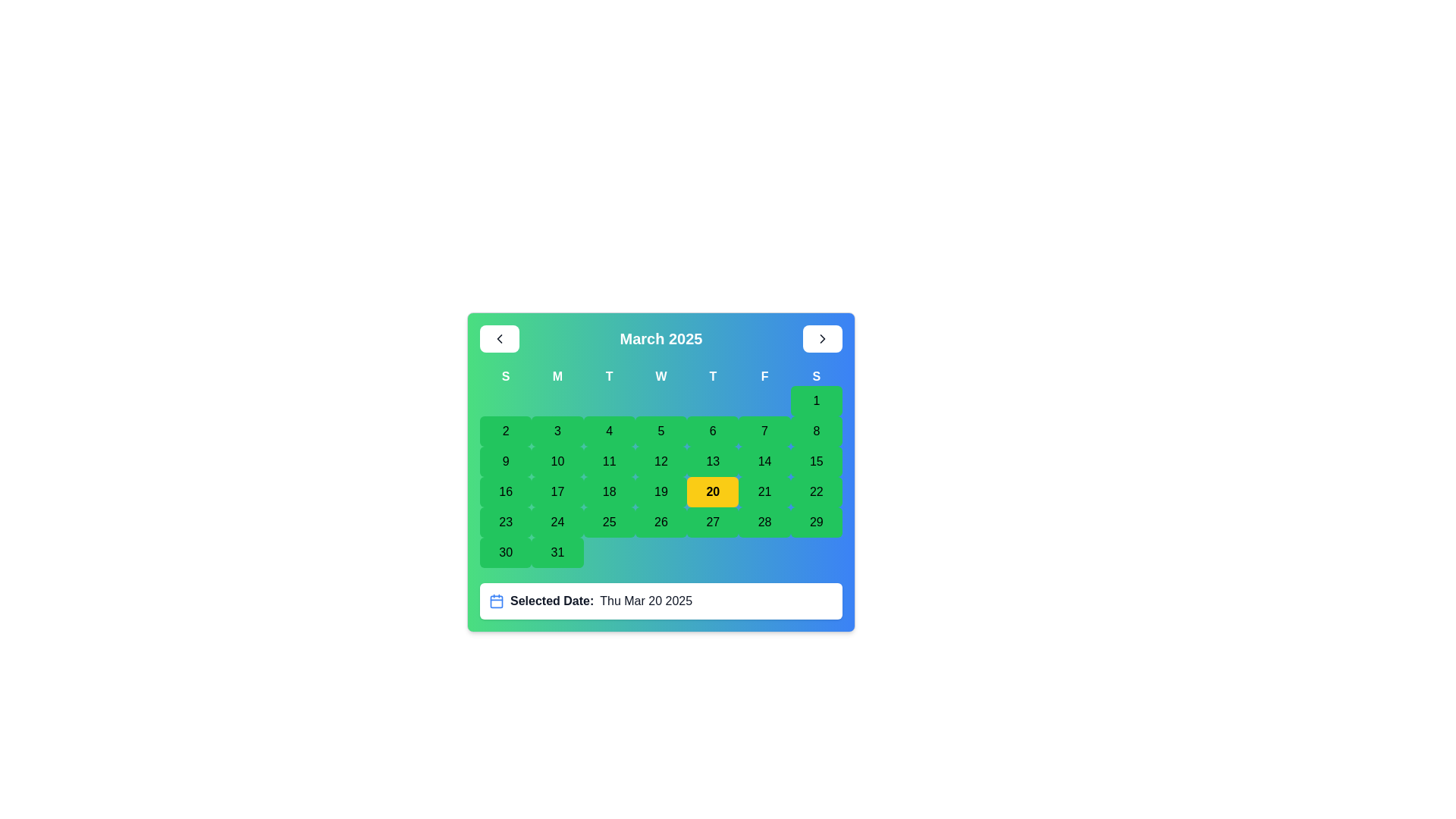 This screenshot has width=1456, height=819. Describe the element at coordinates (764, 376) in the screenshot. I see `the label representing Fridays in the calendar header, which is the sixth element from the left in a sequence of seven days` at that location.